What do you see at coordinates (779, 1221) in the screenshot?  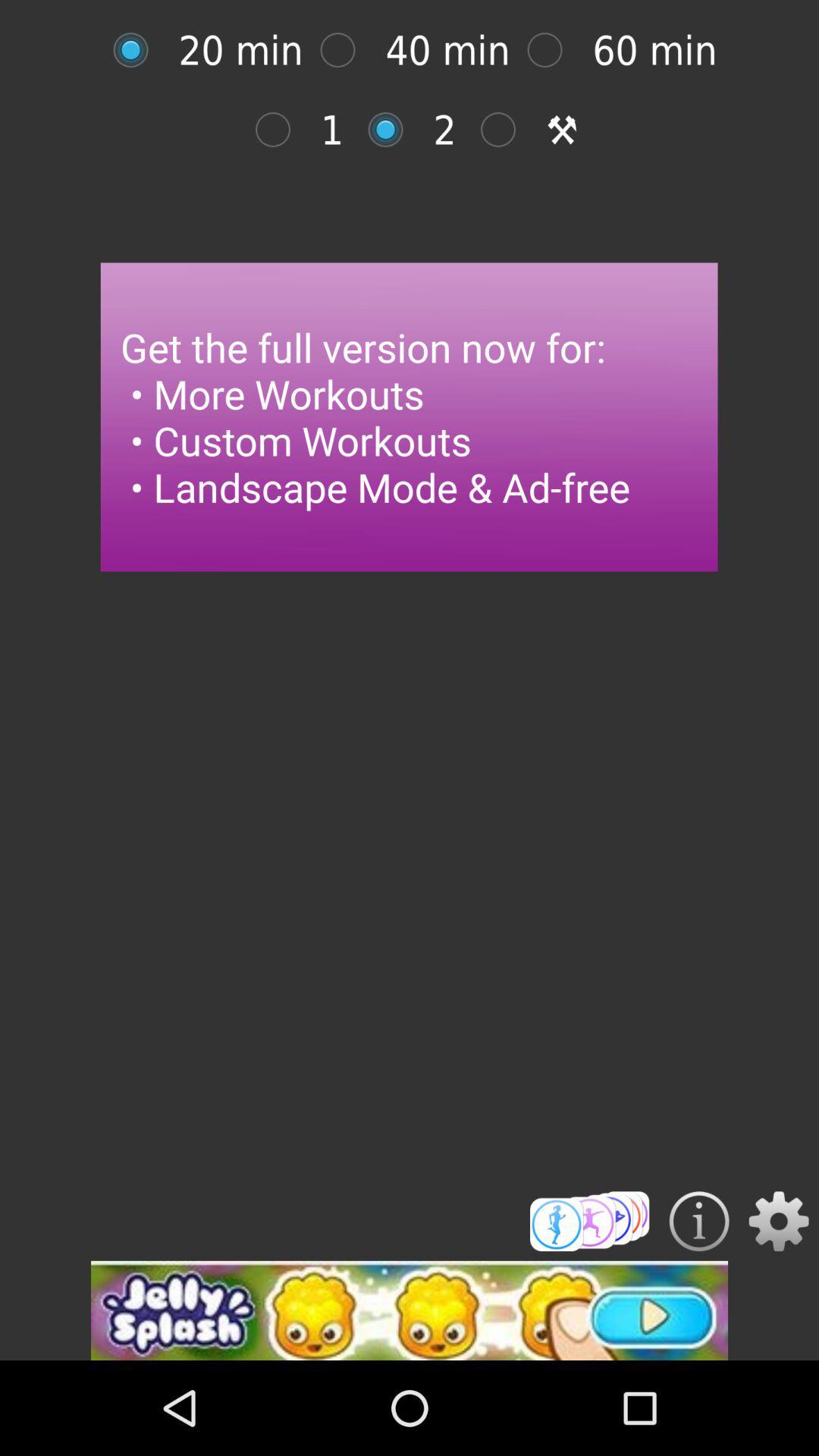 I see `settings button` at bounding box center [779, 1221].